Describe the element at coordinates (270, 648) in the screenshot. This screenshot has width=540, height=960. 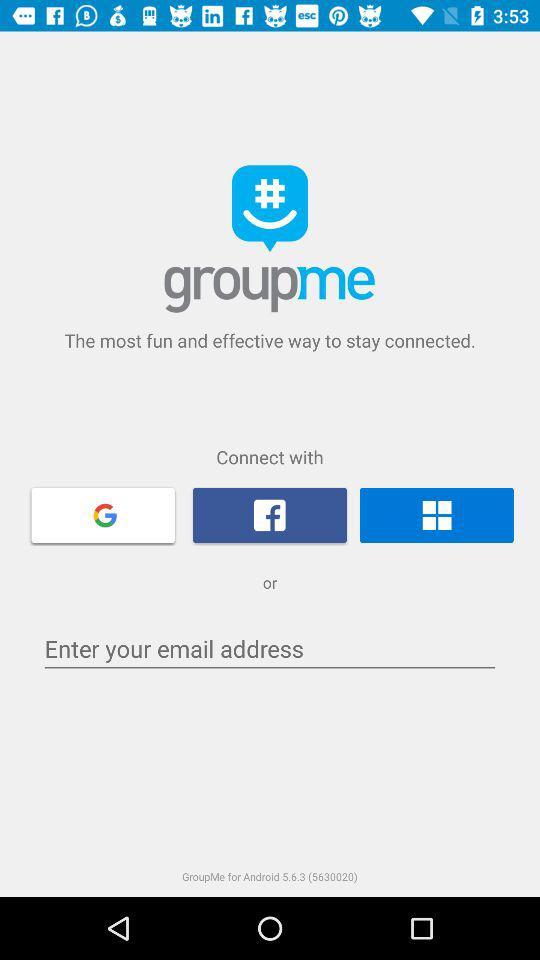
I see `the item above the groupme for android icon` at that location.